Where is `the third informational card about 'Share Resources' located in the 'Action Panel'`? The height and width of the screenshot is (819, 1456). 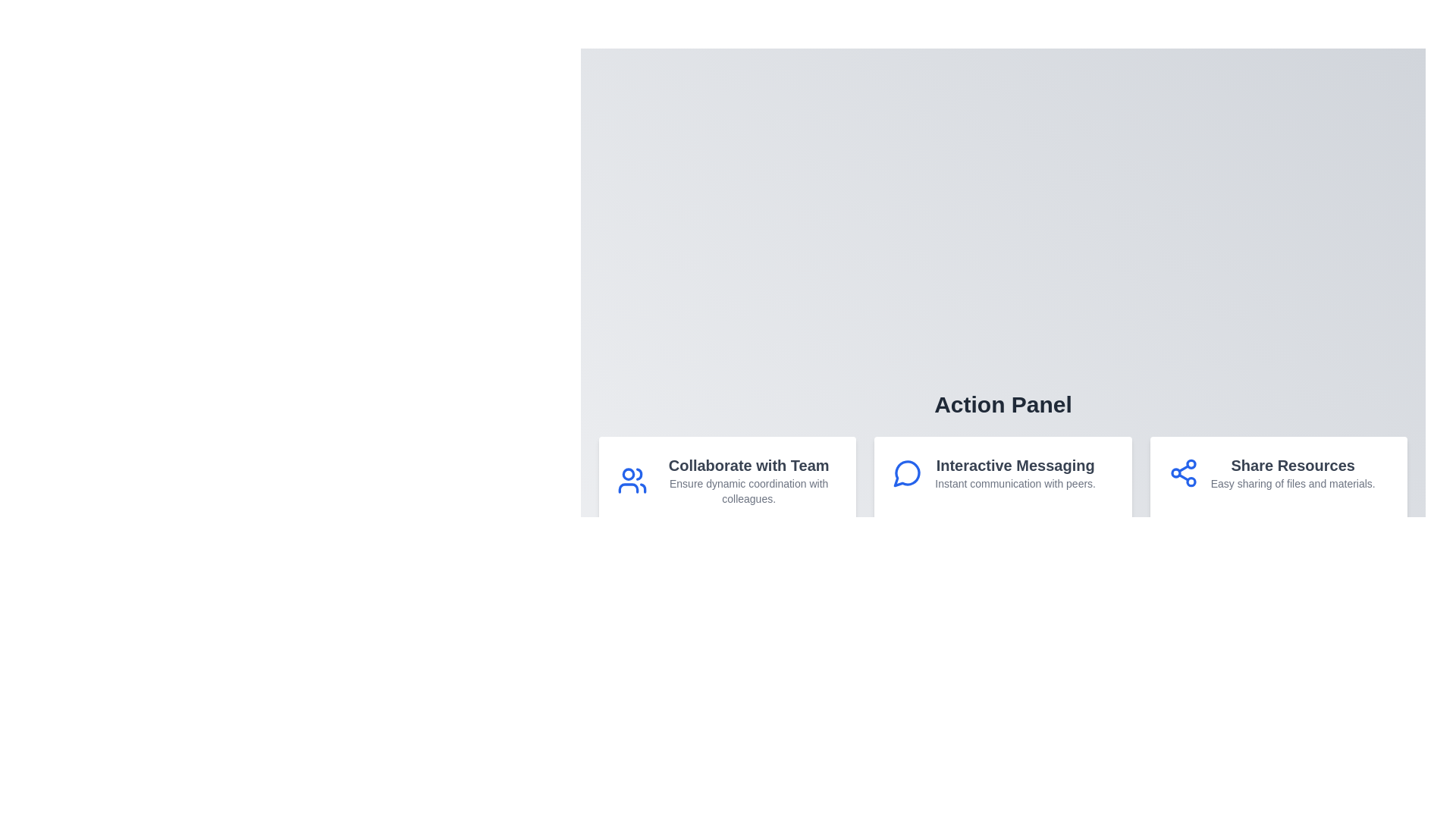 the third informational card about 'Share Resources' located in the 'Action Panel' is located at coordinates (1278, 480).